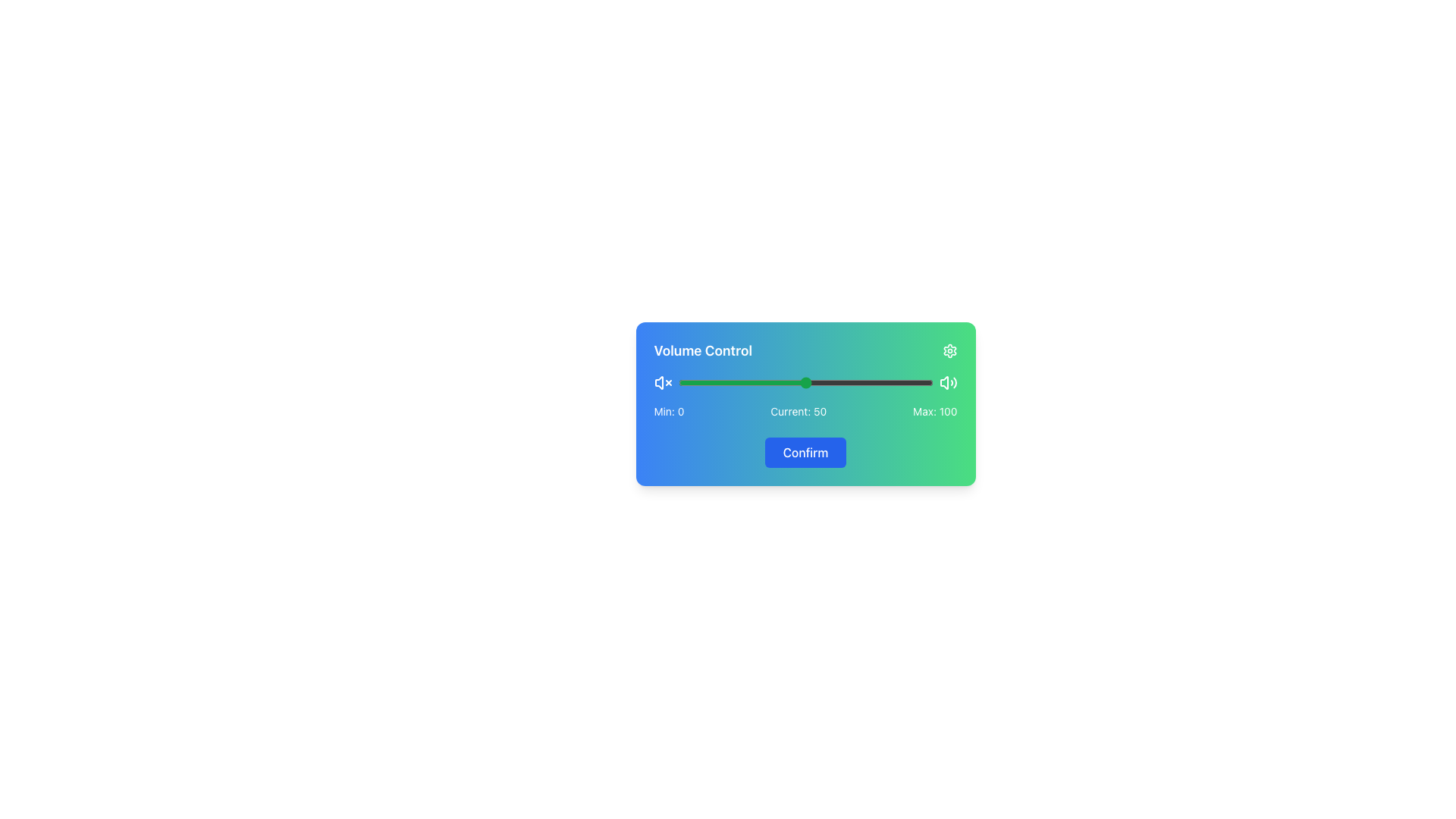  What do you see at coordinates (798, 412) in the screenshot?
I see `the text display showing 'Current: 50' which is located between 'Min: 0' and 'Max: 100'` at bounding box center [798, 412].